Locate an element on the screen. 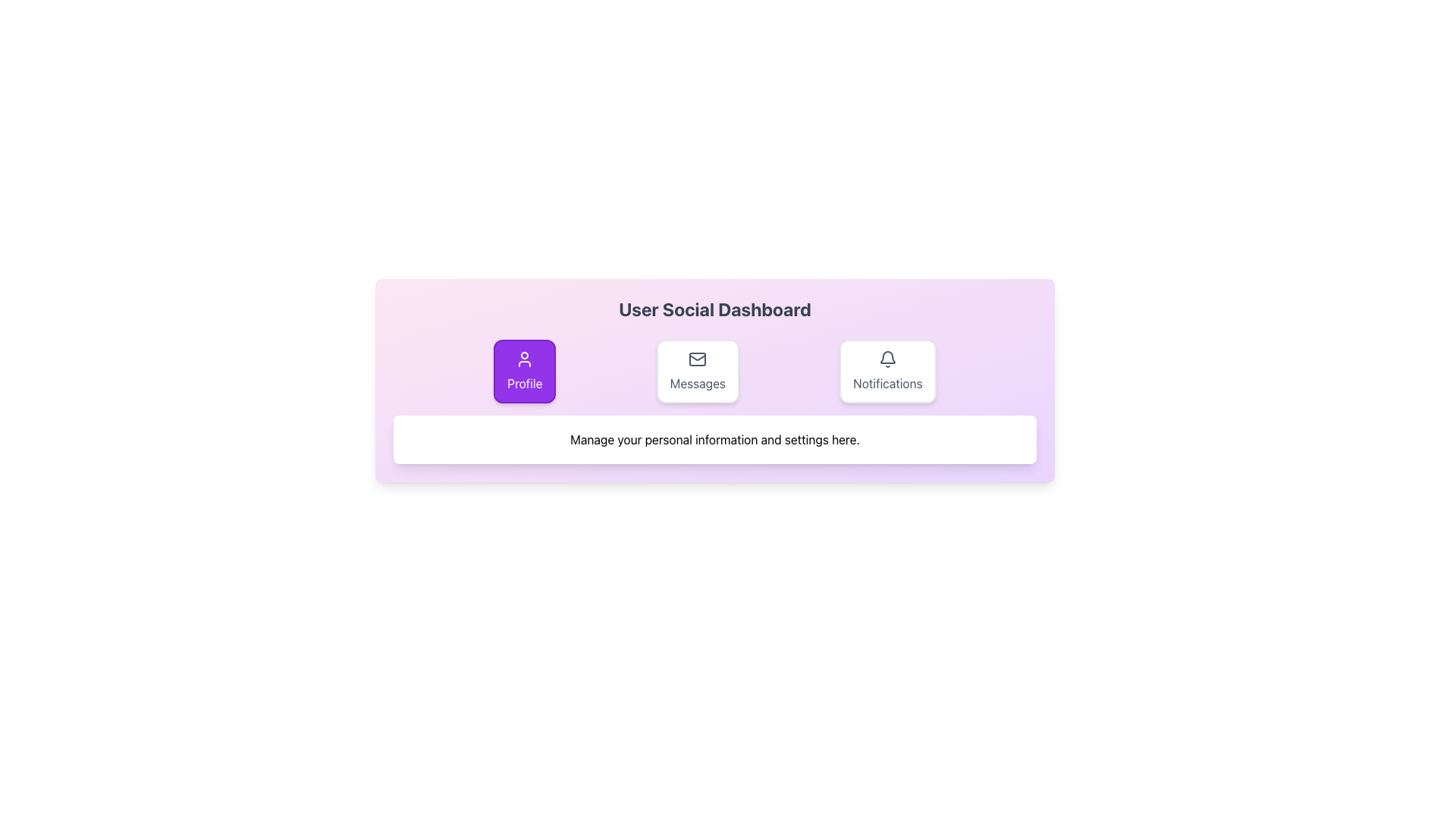 The height and width of the screenshot is (819, 1456). the 'Notifications' text label, which is medium-dark gray and located beneath the bell icon in the rightmost button on the dashboard interface is located at coordinates (888, 382).